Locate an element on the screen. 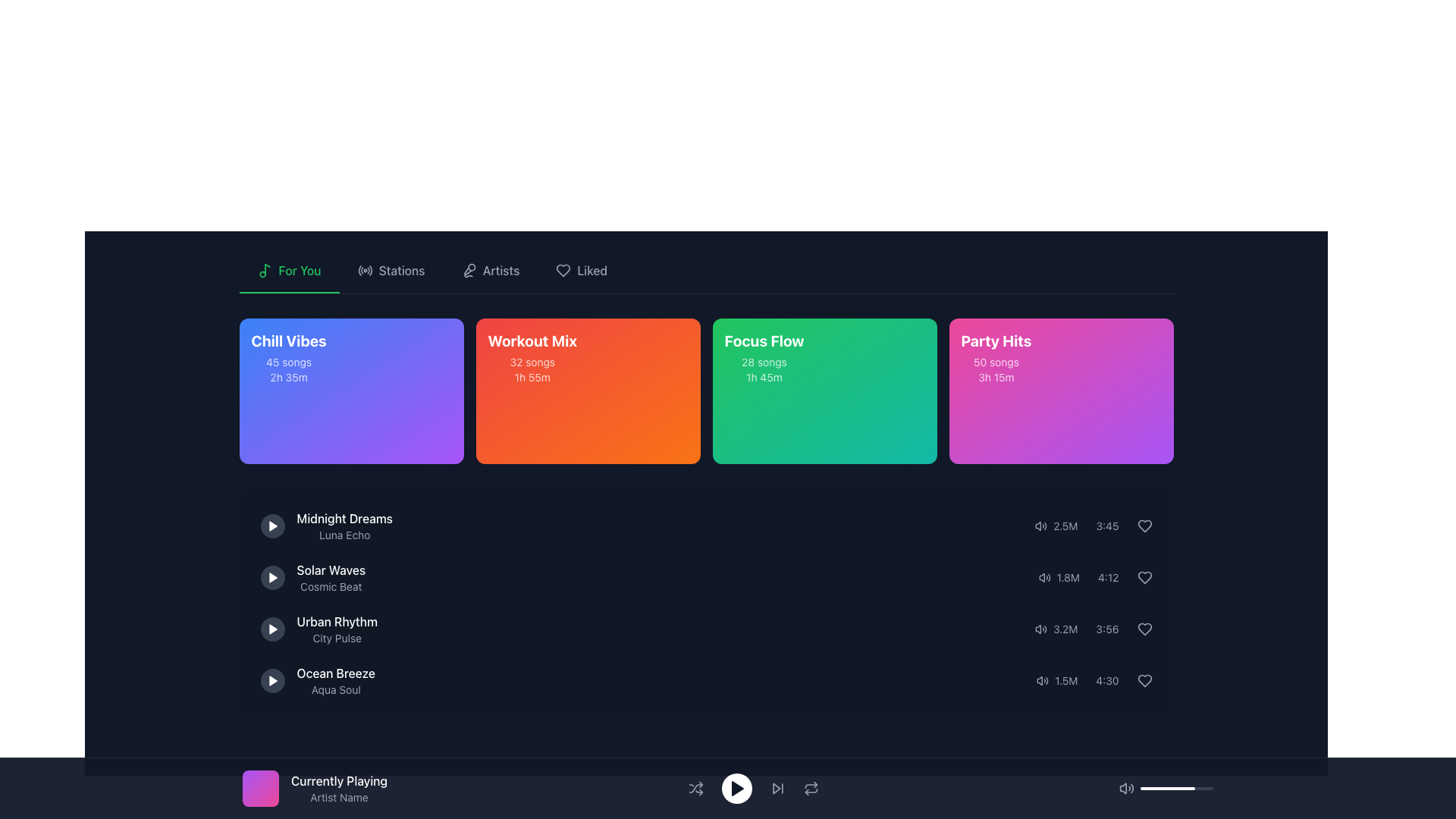 The width and height of the screenshot is (1456, 819). the text label displaying 'Chill Vibes', which is large, bold, and white, located in the top-left card of the grid is located at coordinates (289, 341).